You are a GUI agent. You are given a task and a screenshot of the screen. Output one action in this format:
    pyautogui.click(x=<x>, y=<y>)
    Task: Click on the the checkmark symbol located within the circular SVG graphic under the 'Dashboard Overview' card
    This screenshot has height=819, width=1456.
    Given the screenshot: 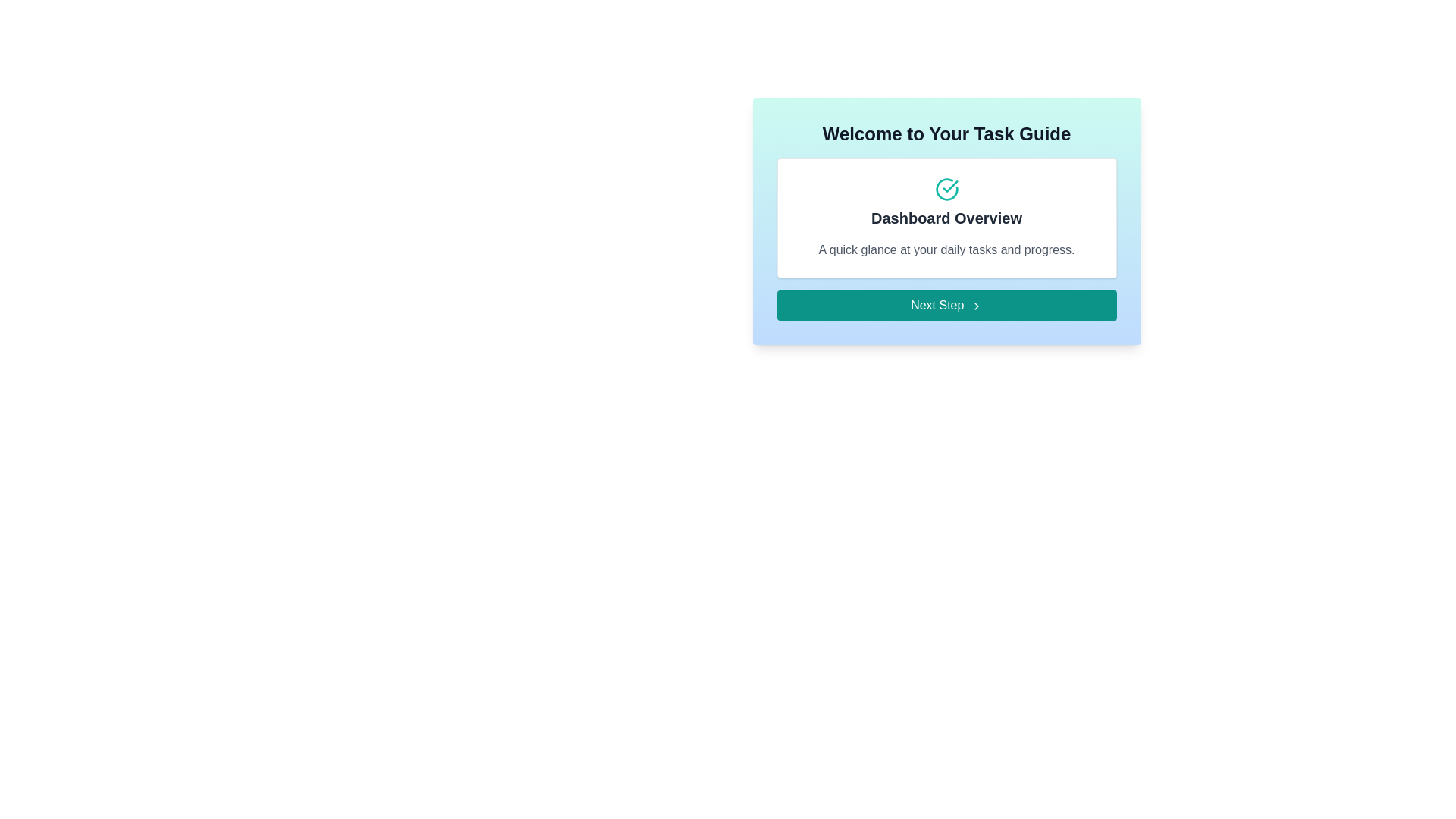 What is the action you would take?
    pyautogui.click(x=949, y=186)
    